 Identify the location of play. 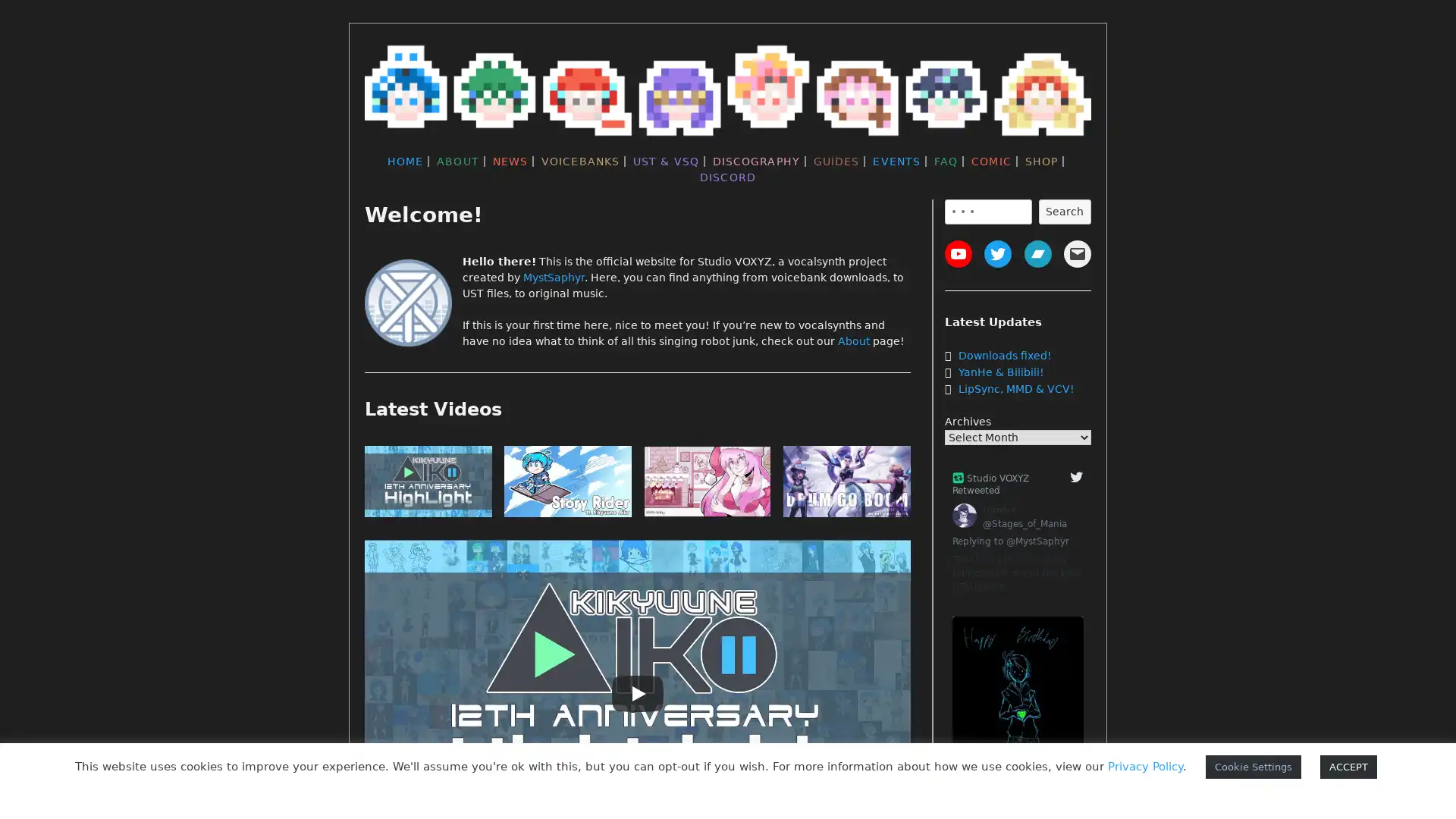
(846, 485).